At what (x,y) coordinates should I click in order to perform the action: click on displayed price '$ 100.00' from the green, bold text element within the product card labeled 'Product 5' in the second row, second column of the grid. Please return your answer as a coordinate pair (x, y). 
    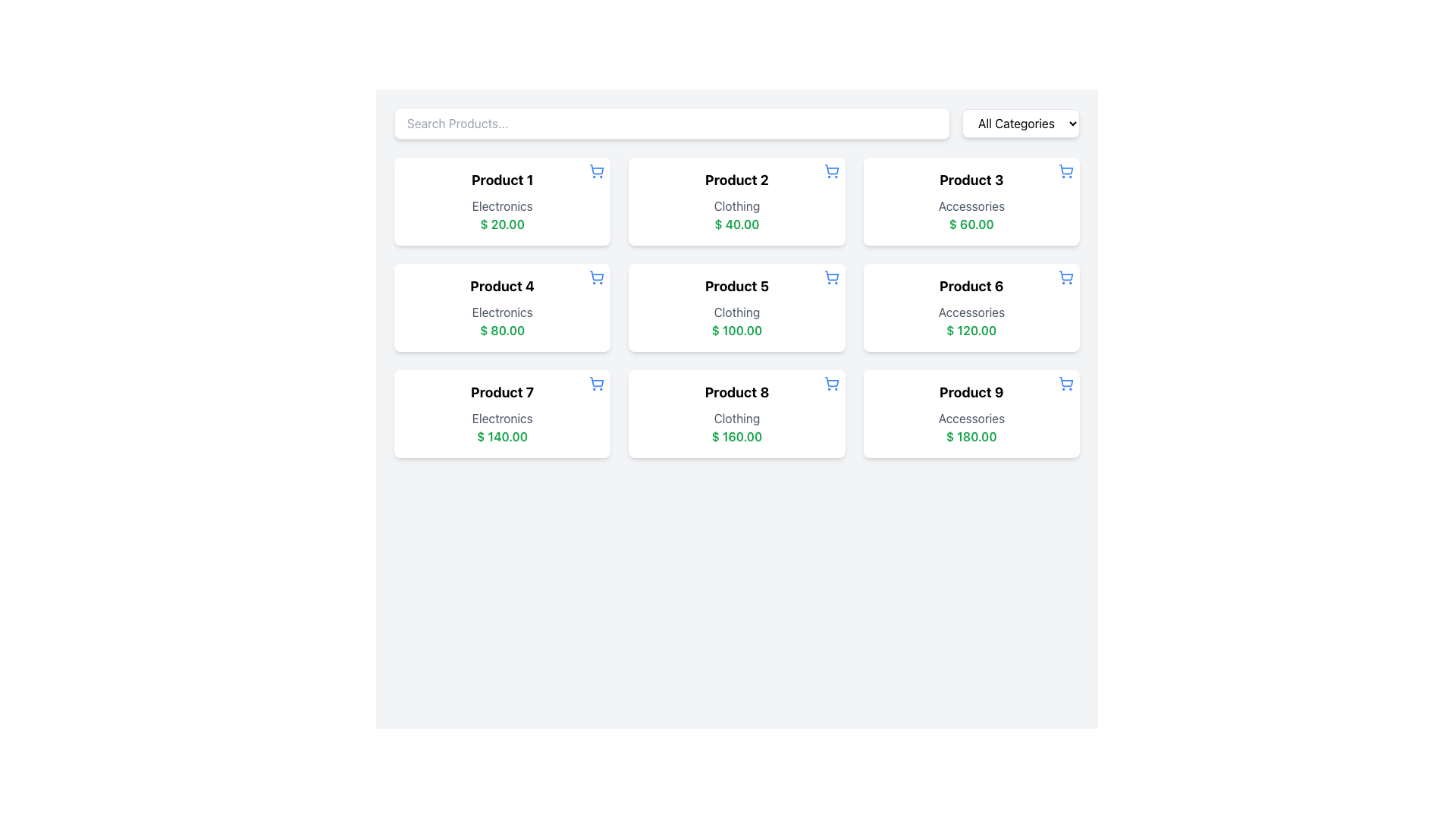
    Looking at the image, I should click on (736, 329).